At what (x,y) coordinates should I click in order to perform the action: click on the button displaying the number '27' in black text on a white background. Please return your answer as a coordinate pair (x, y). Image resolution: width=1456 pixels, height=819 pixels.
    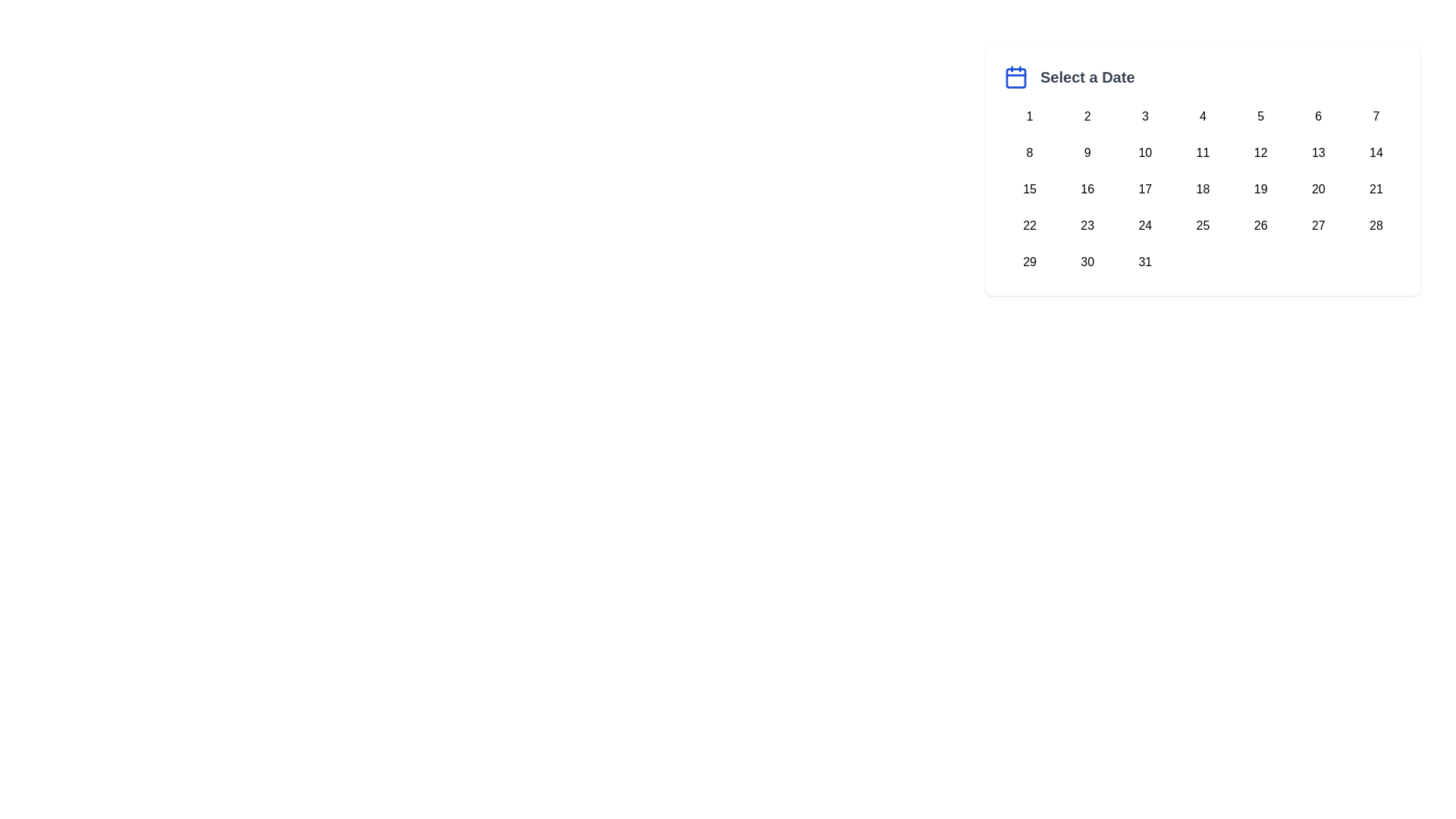
    Looking at the image, I should click on (1317, 225).